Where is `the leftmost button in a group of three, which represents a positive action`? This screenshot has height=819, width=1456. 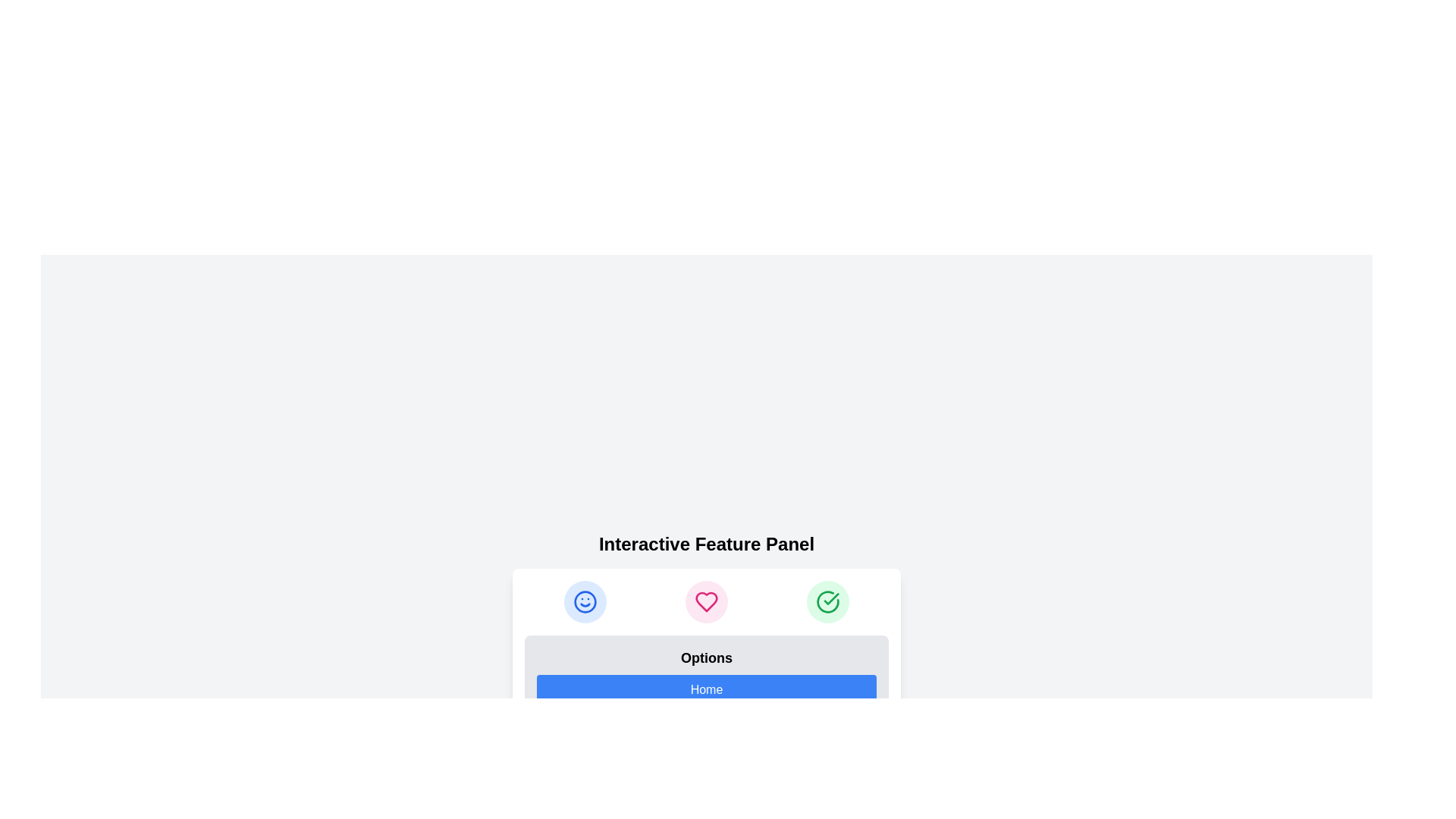
the leftmost button in a group of three, which represents a positive action is located at coordinates (585, 601).